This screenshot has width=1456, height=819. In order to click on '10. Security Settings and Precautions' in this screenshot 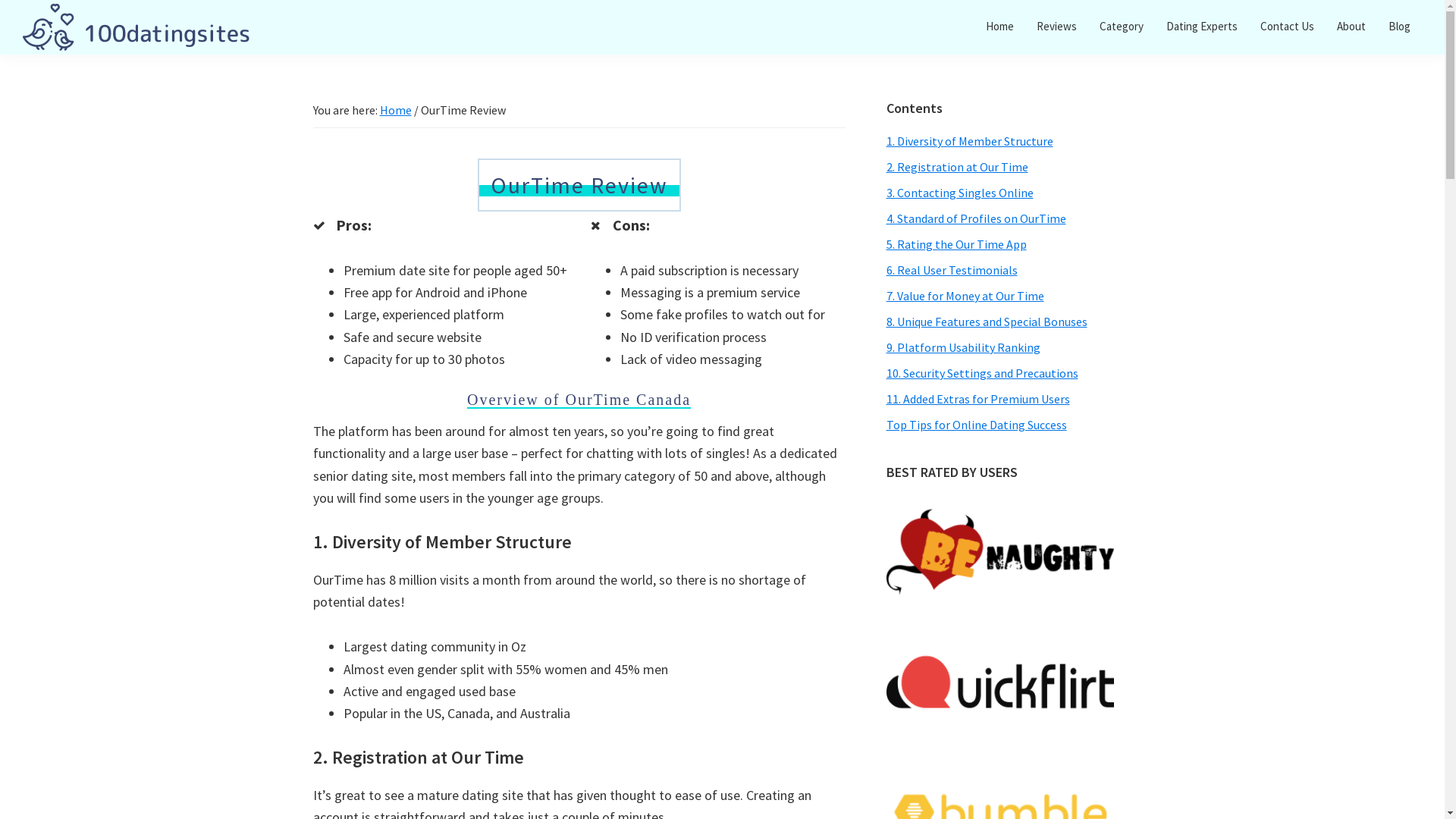, I will do `click(981, 373)`.